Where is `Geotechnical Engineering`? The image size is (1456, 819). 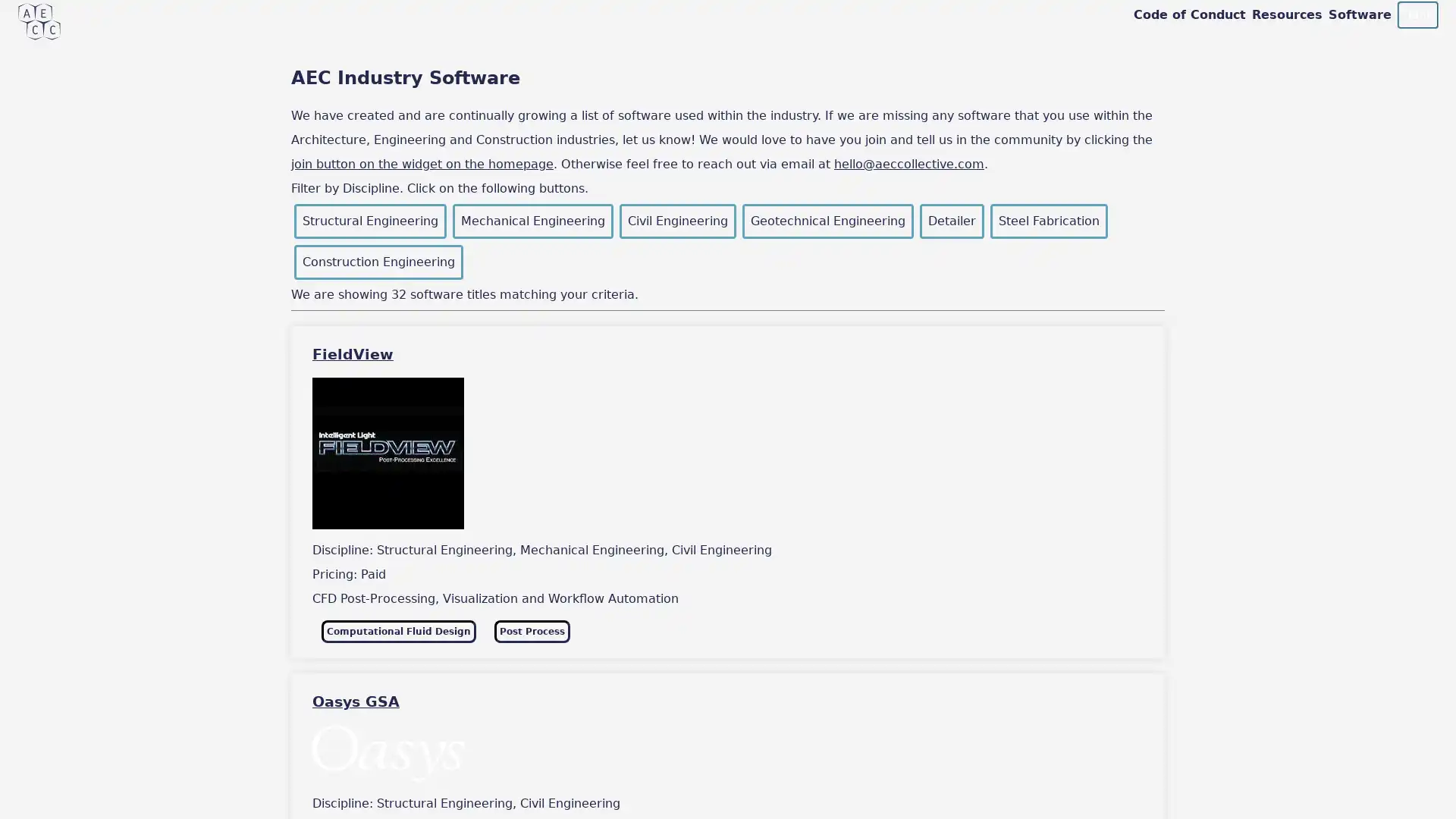 Geotechnical Engineering is located at coordinates (827, 221).